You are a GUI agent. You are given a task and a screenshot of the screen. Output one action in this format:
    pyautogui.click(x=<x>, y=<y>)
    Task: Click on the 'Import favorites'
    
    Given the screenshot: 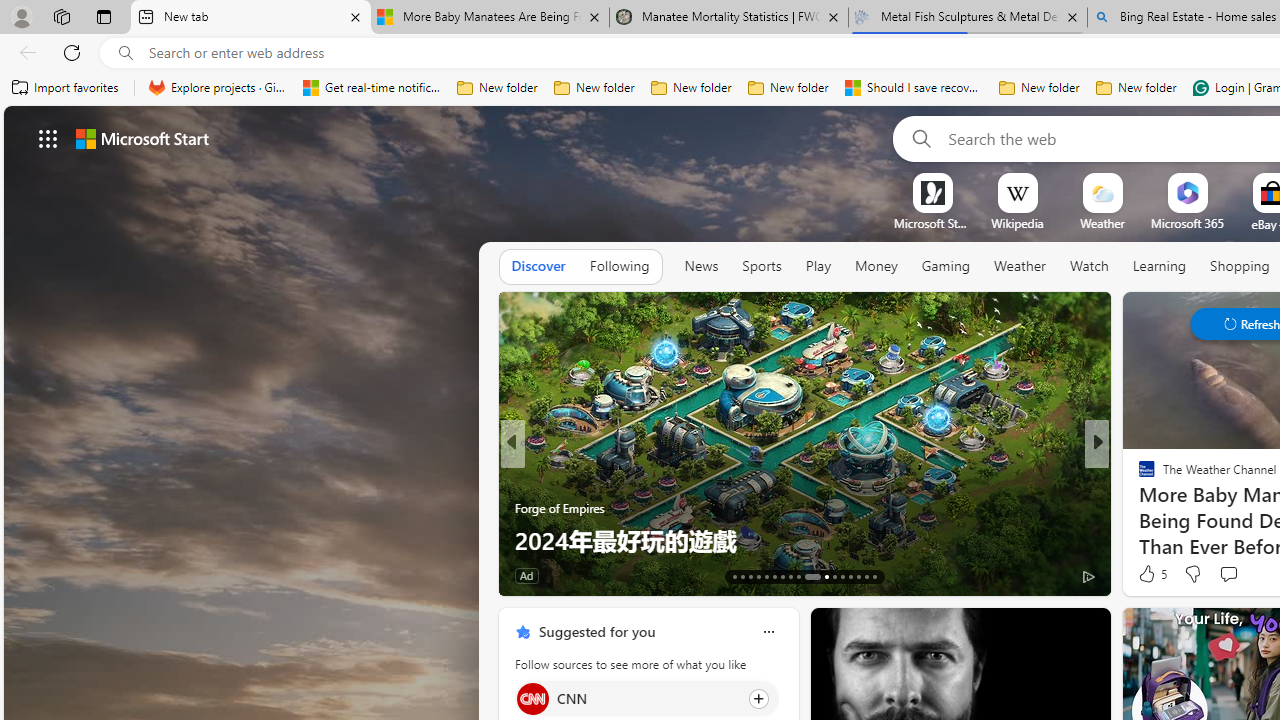 What is the action you would take?
    pyautogui.click(x=65, y=87)
    